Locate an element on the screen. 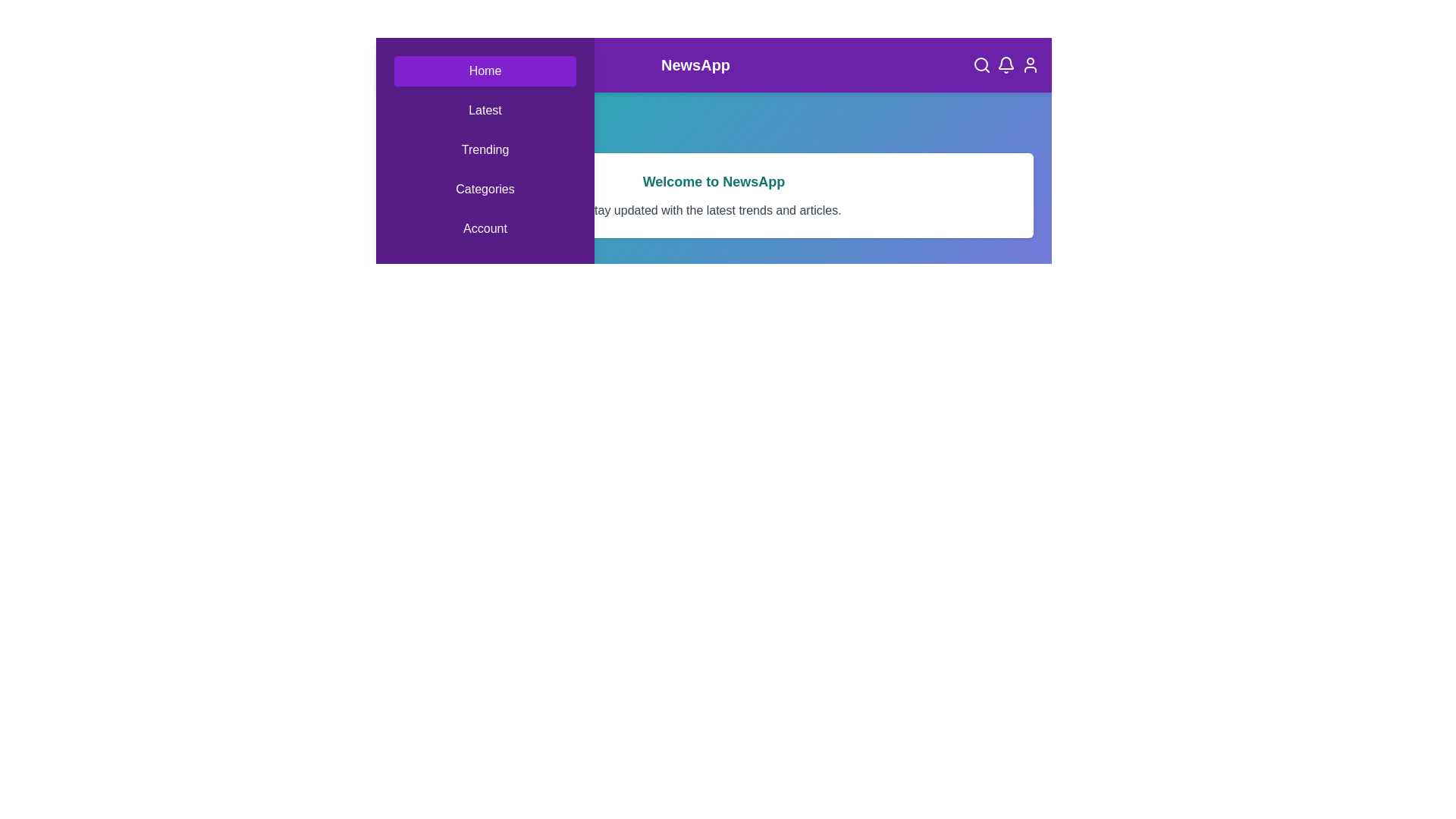  the notifications icon to toggle the notification state is located at coordinates (1006, 64).